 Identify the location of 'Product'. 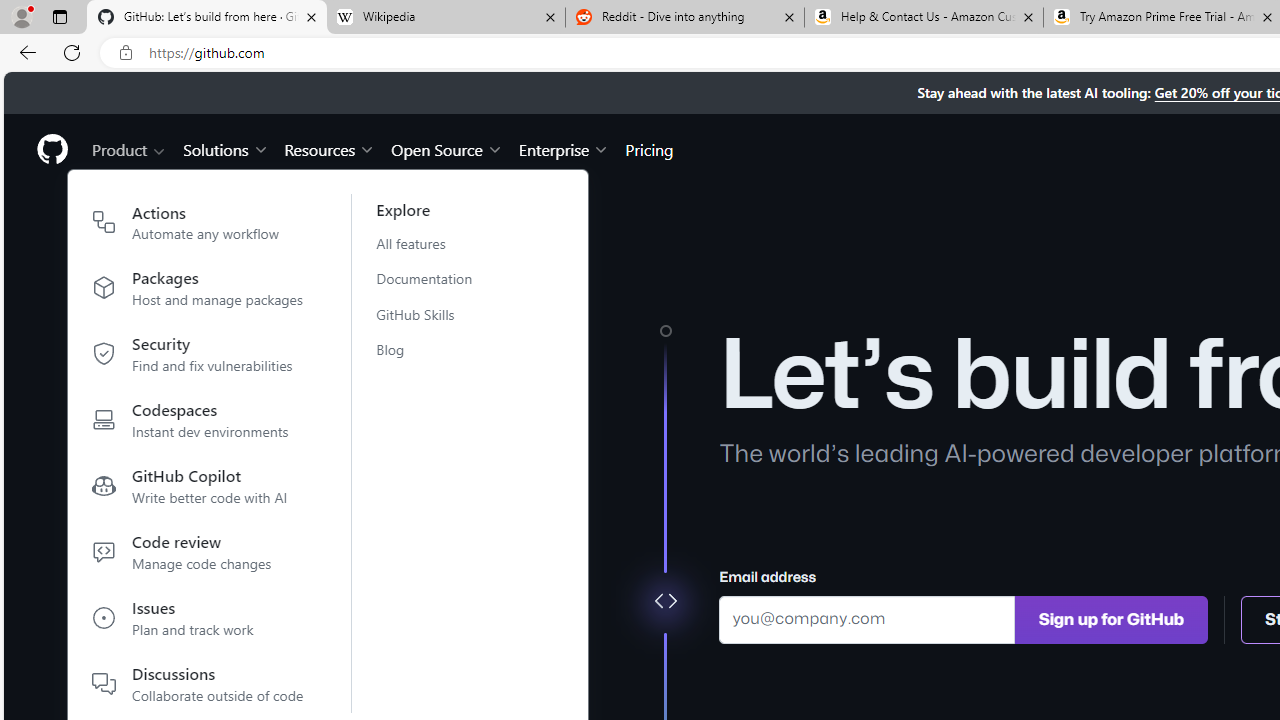
(129, 148).